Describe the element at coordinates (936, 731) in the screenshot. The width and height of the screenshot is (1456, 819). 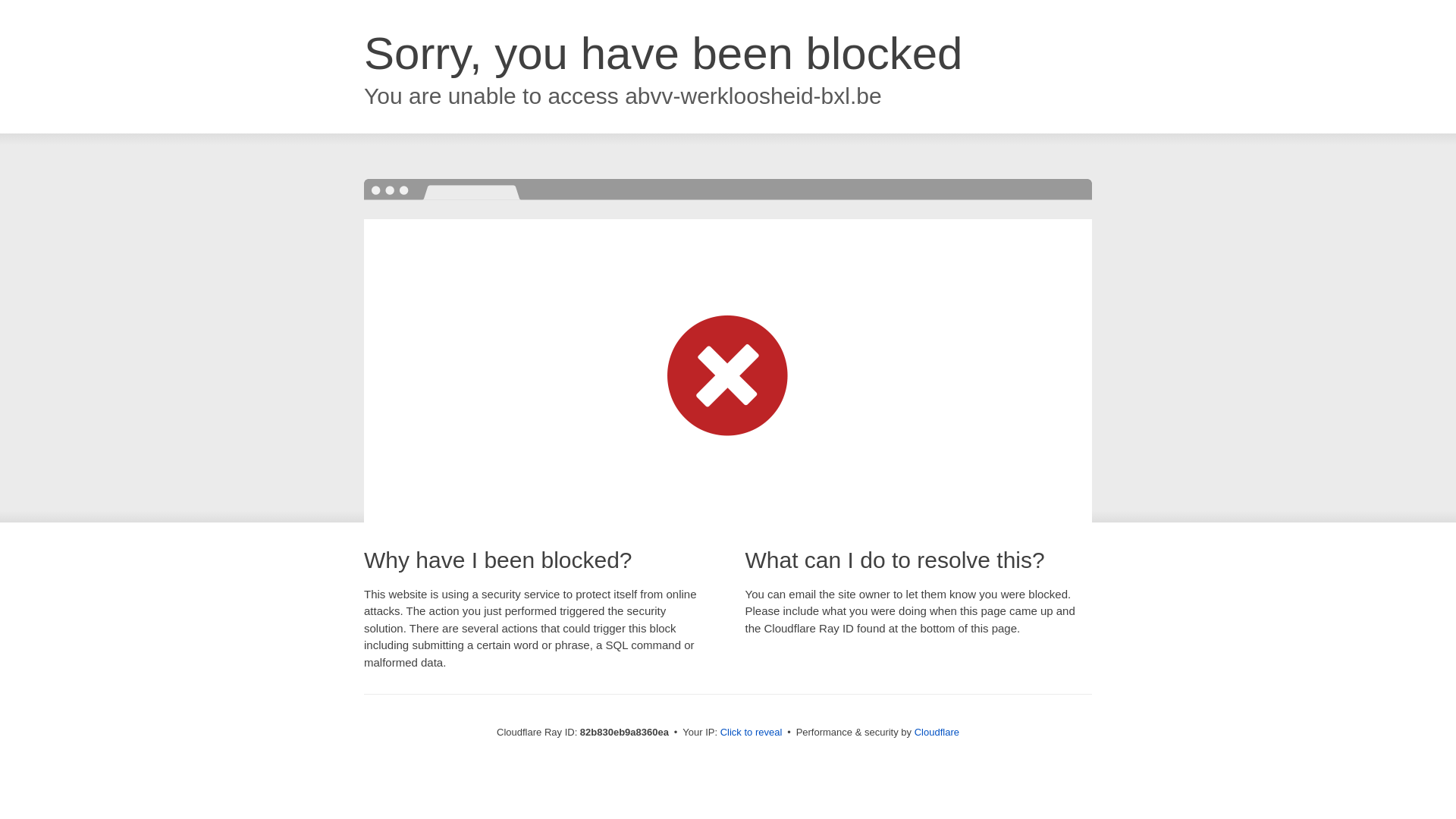
I see `'Cloudflare'` at that location.